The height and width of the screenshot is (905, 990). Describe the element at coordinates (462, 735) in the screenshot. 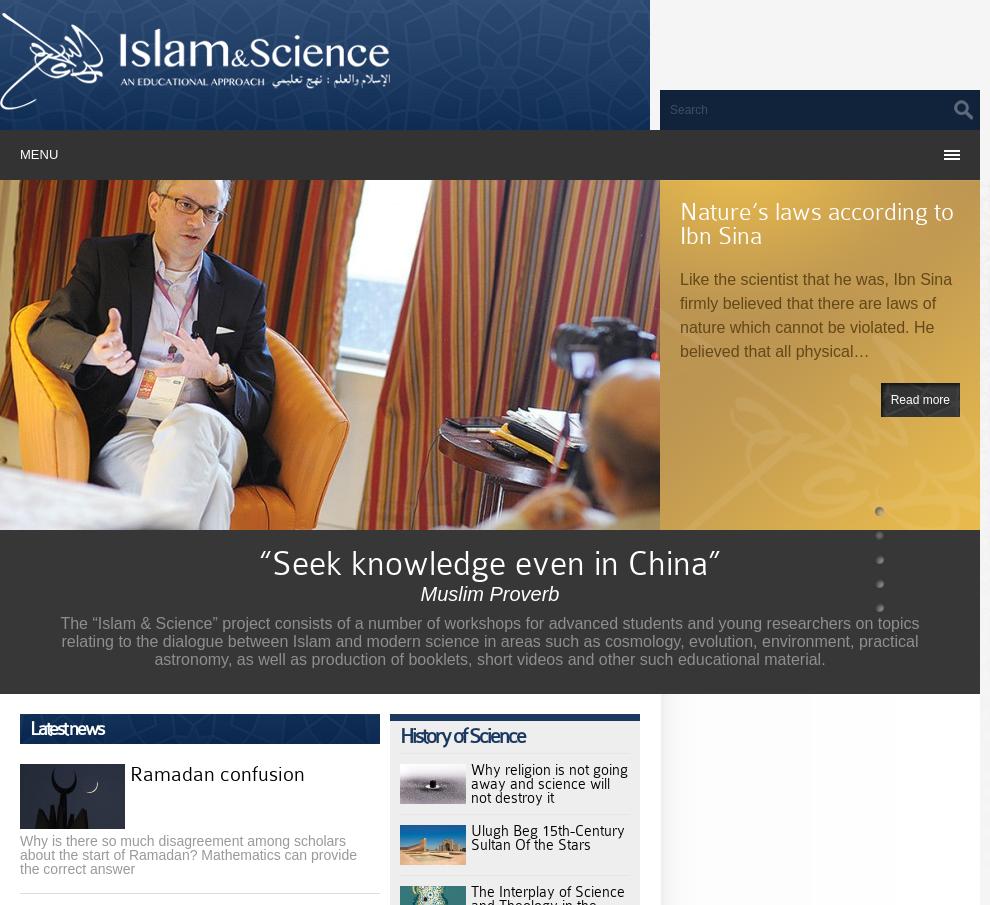

I see `'History of Science'` at that location.